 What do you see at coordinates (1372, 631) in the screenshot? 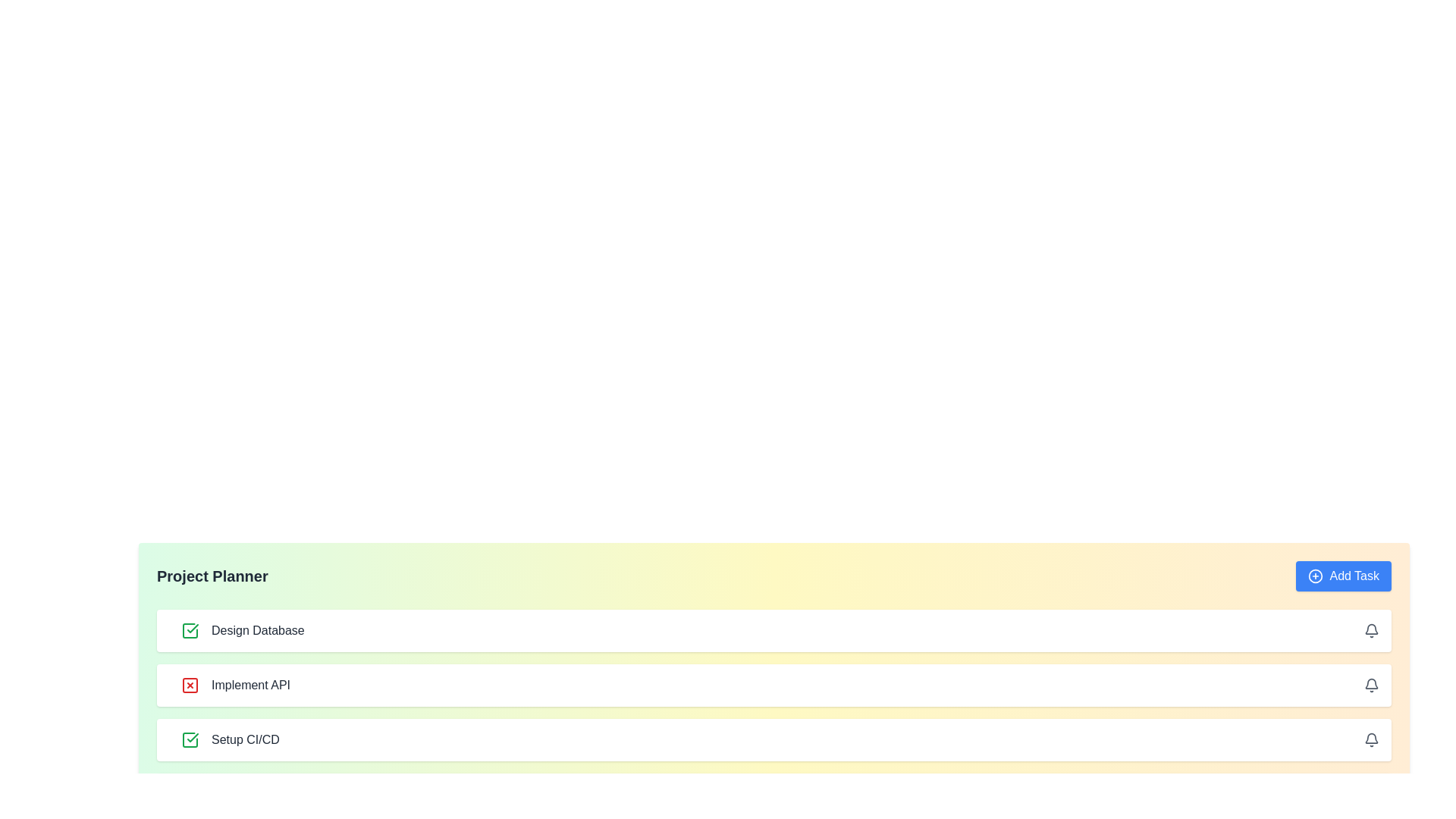
I see `bell icon for the task Design Database to set or manage notifications` at bounding box center [1372, 631].